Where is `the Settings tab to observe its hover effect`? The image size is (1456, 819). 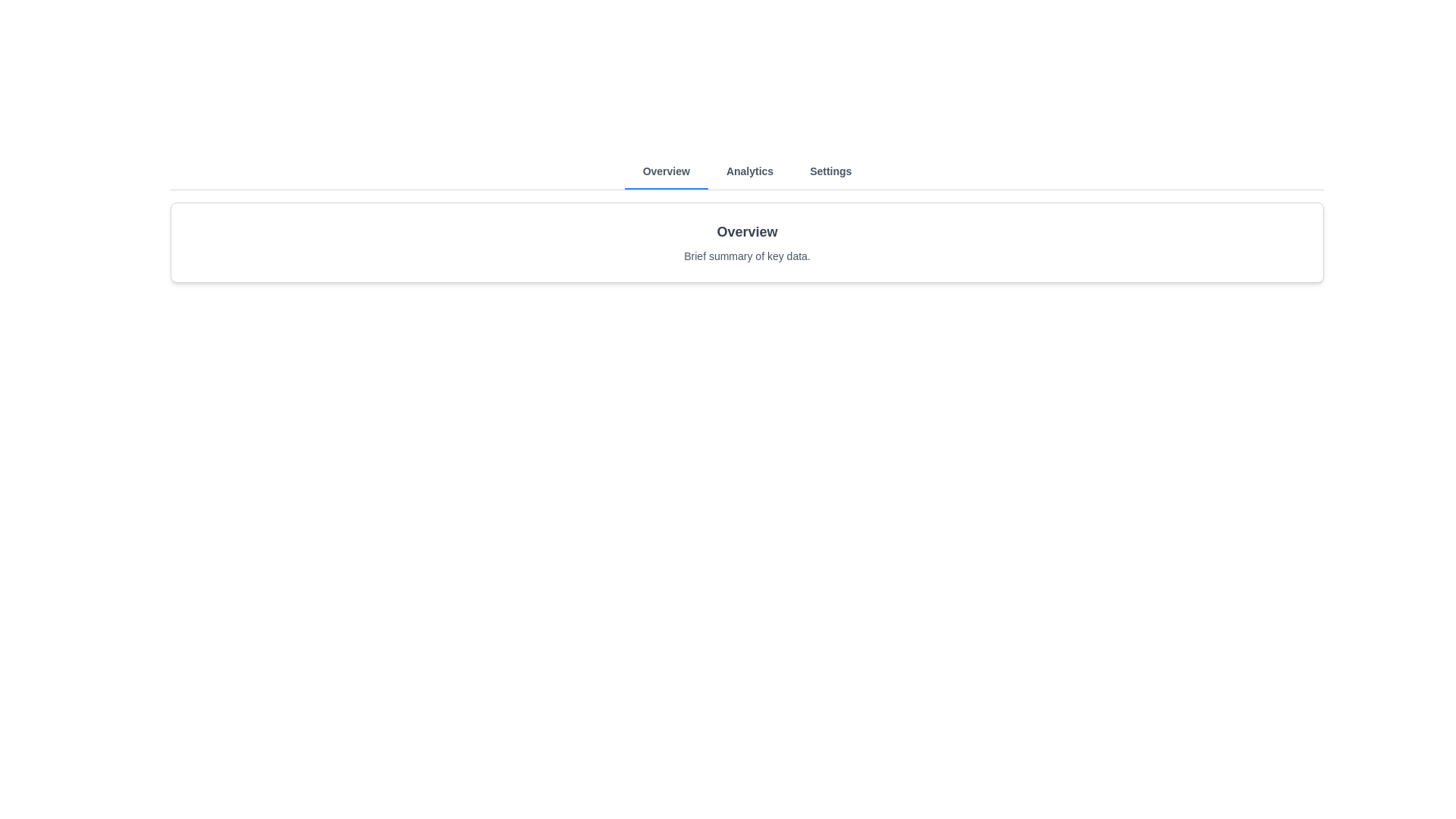 the Settings tab to observe its hover effect is located at coordinates (830, 171).